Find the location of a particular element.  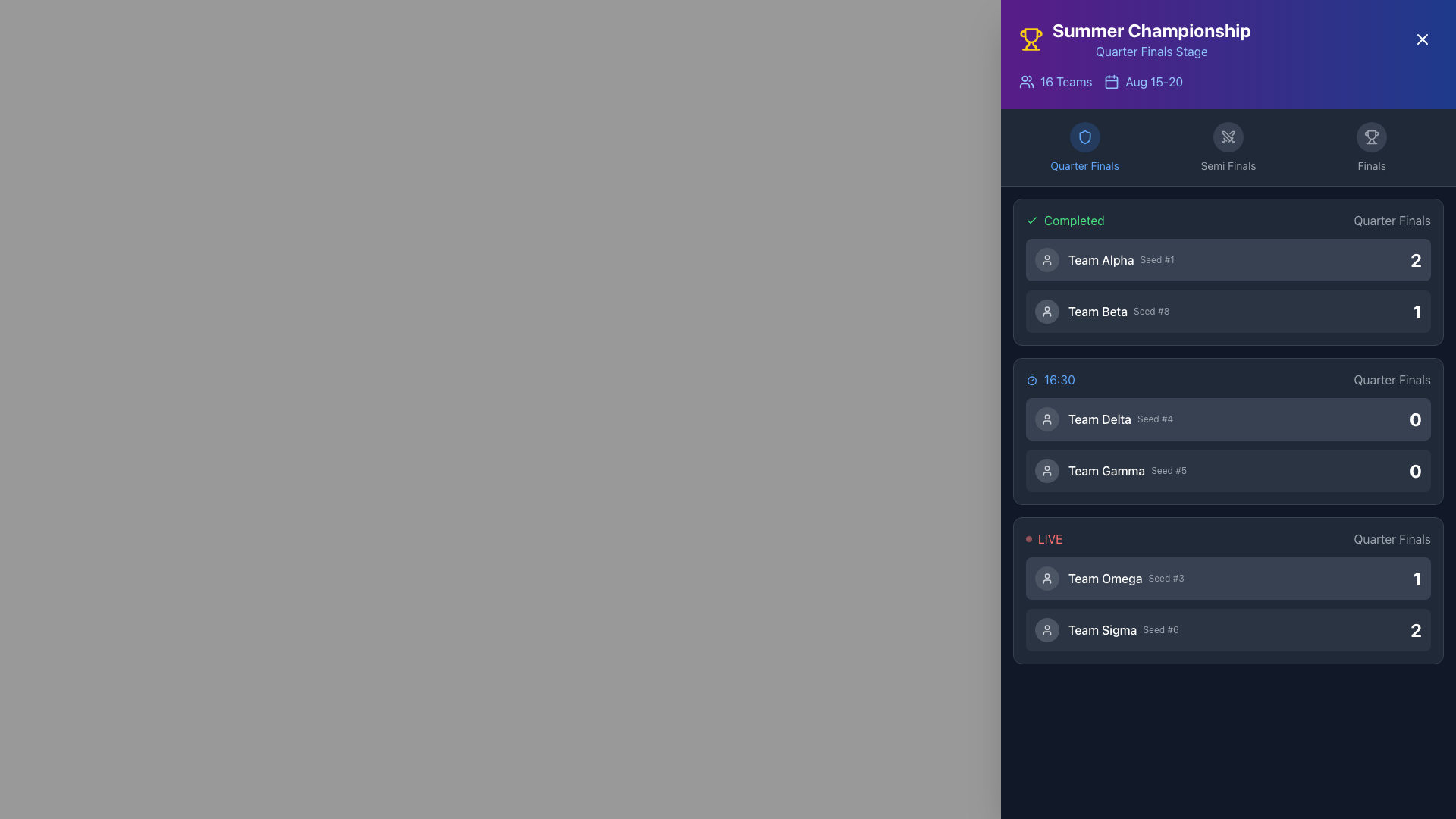

the circular icon with a dark gray background and a white user silhouette, located to the left of 'Team Delta Seed #4' under the '16:30' heading in the 'Quarter Finals' section is located at coordinates (1046, 419).